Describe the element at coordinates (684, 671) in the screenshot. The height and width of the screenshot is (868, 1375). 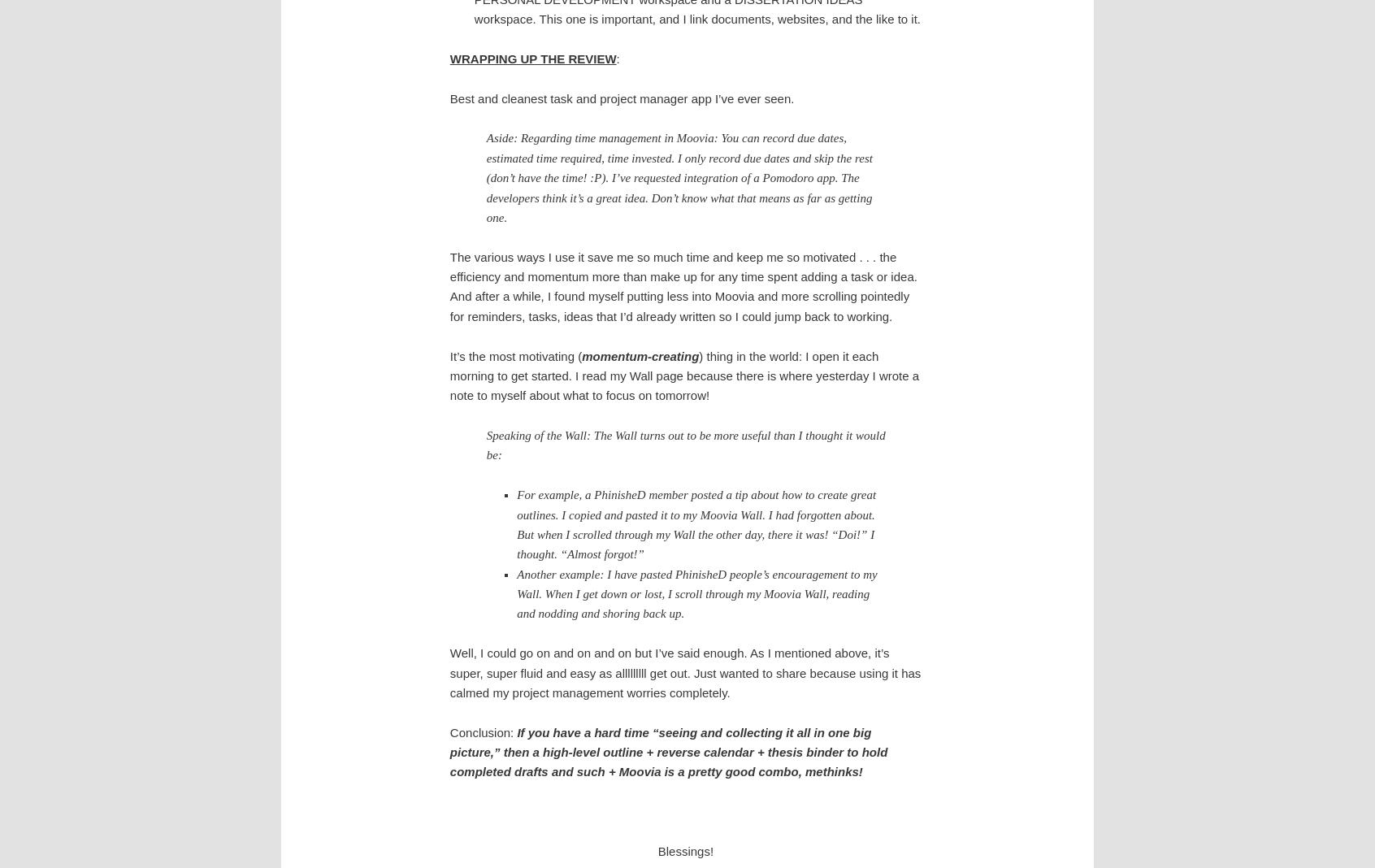
I see `'Well, I could go on and on and on but I’ve said enough. As I mentioned above, it’s super, super fluid and easy as alllllllll get out. Just wanted to share because using it has calmed my project management worries completely.'` at that location.